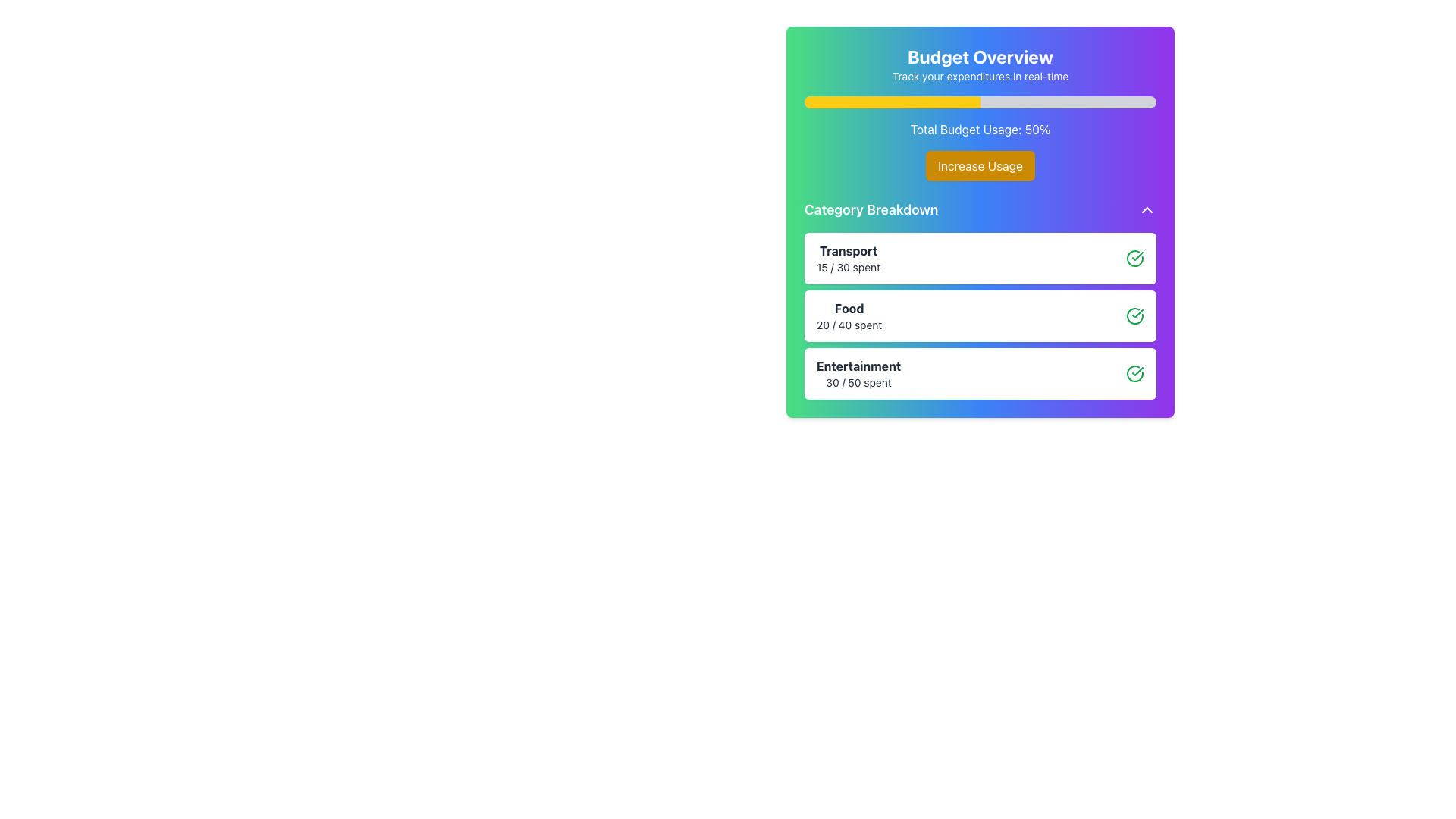 This screenshot has height=819, width=1456. I want to click on the toggle button icon located to the right of the 'Category Breakdown' text, so click(1147, 210).